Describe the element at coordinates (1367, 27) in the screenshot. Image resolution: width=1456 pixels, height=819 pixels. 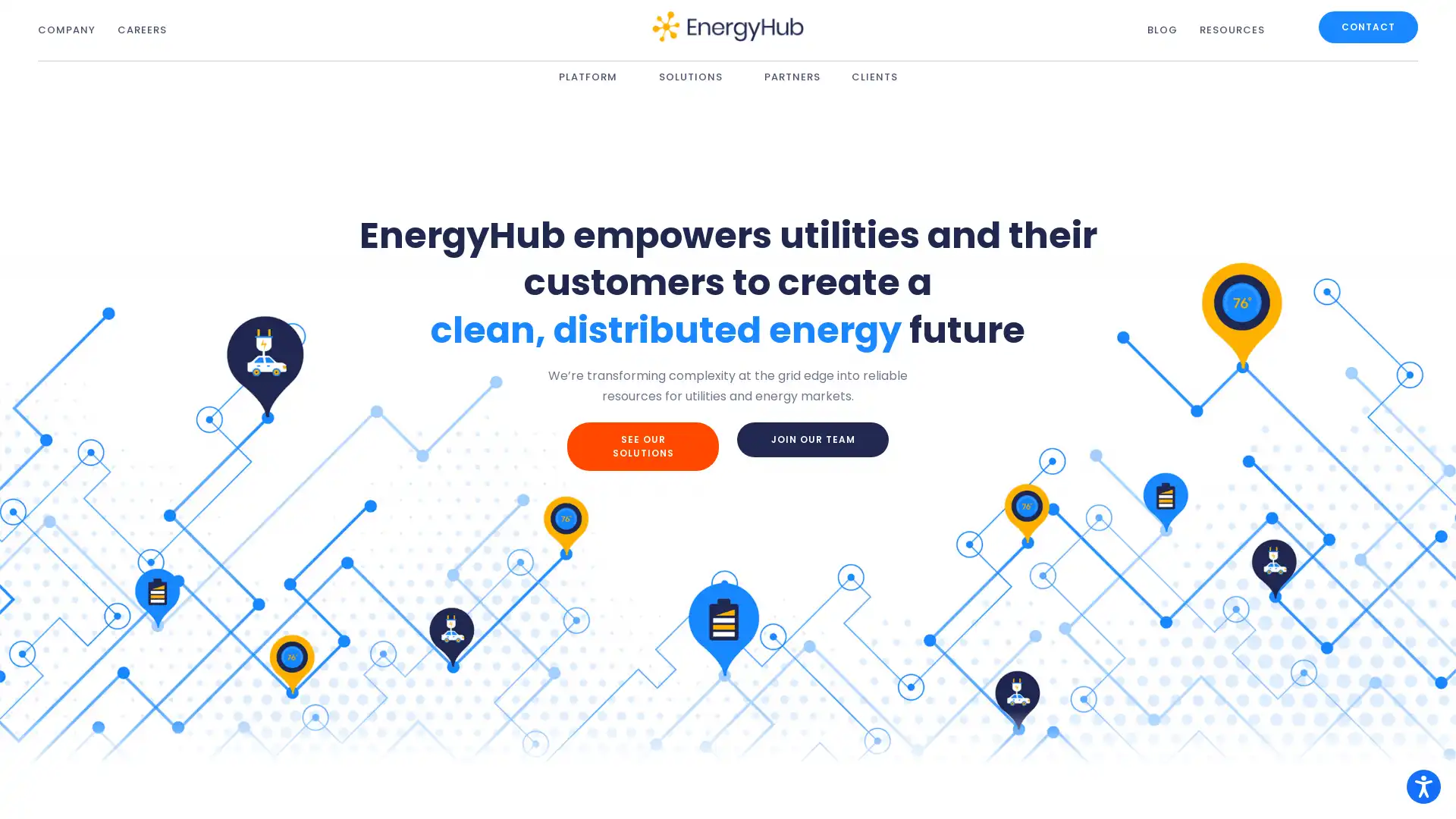
I see `CONTACT` at that location.